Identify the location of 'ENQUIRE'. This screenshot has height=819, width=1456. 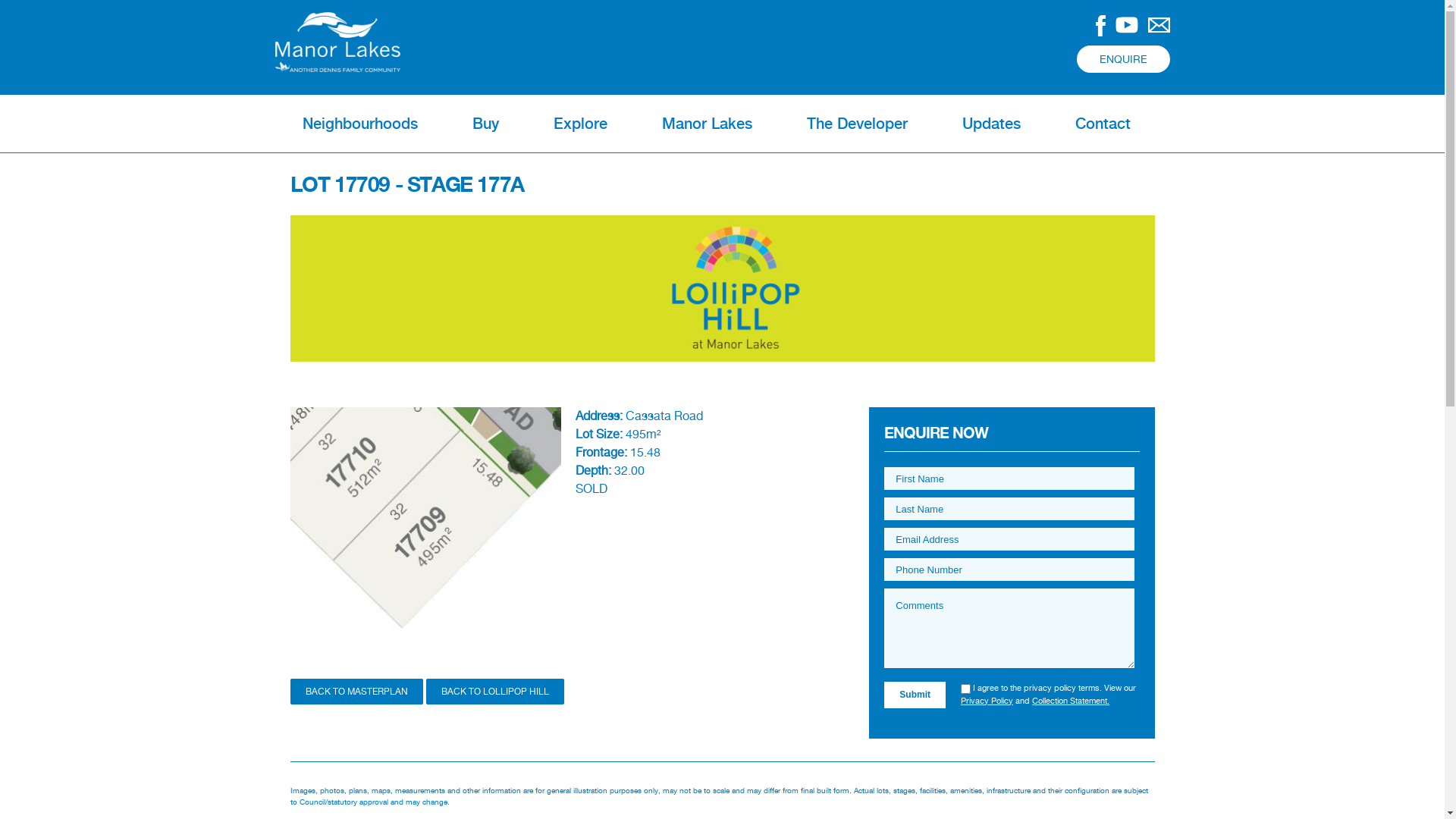
(1123, 58).